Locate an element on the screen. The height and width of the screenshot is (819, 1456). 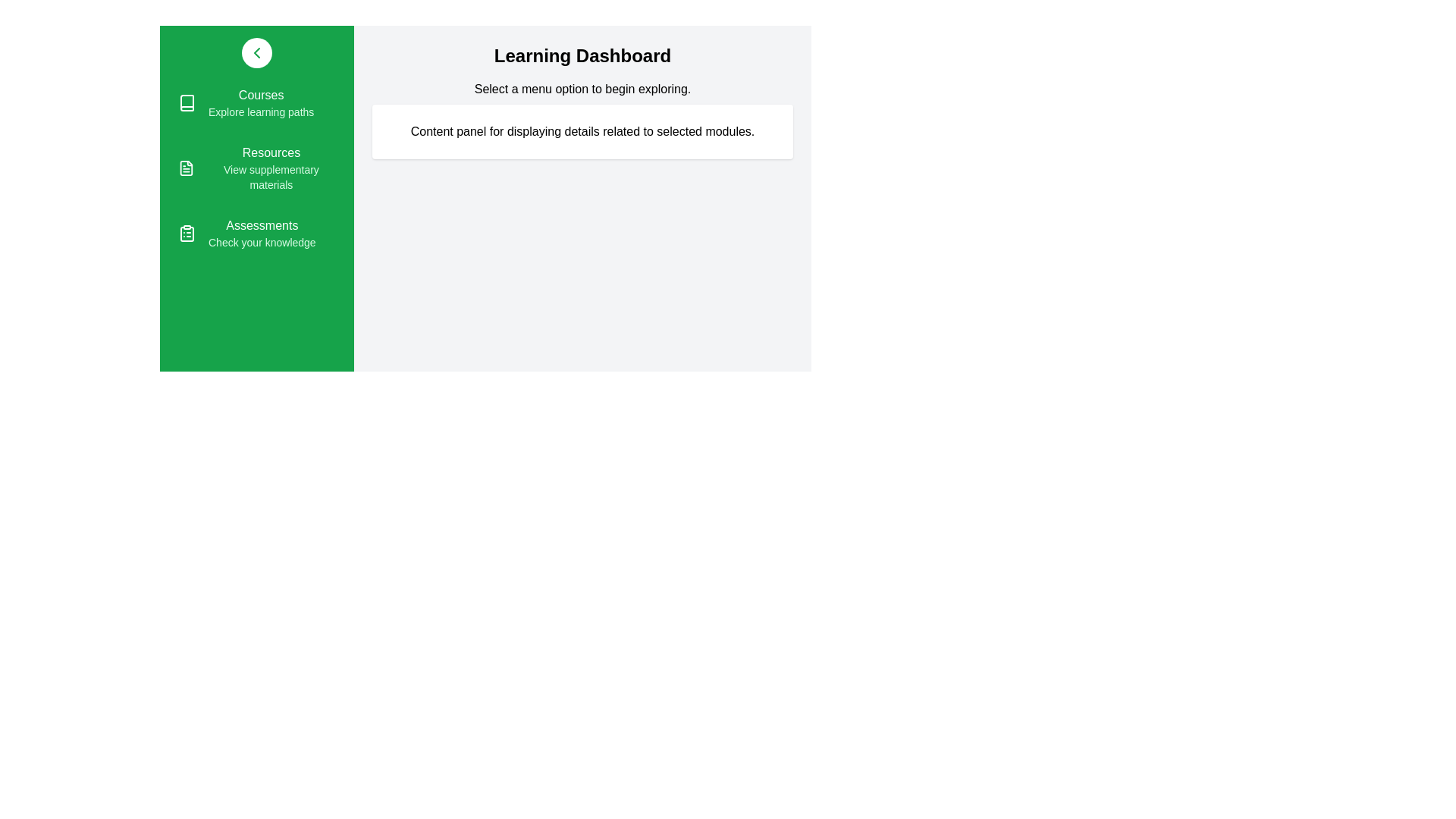
the menu item Assessments from the sidebar is located at coordinates (257, 234).